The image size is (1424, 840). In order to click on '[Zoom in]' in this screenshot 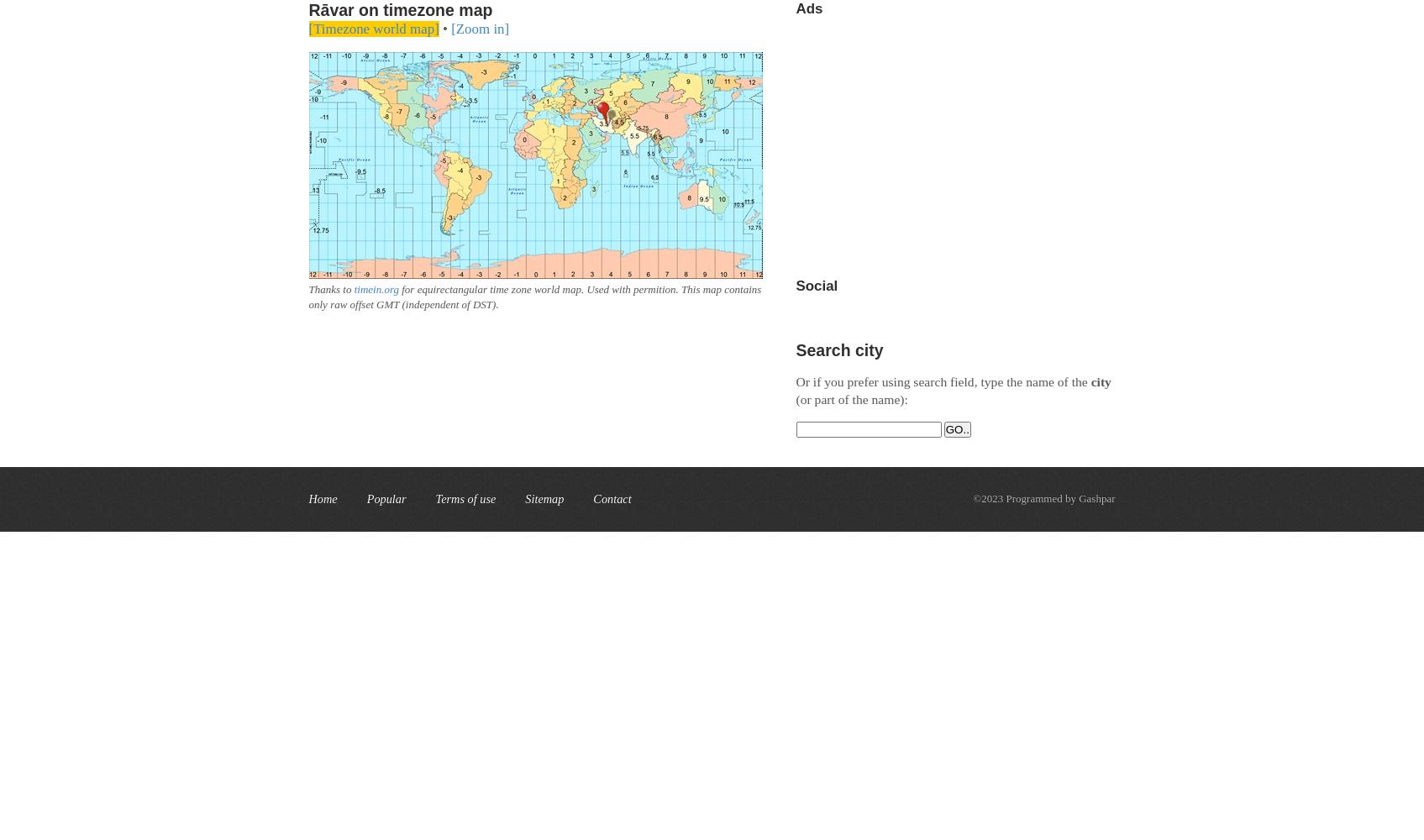, I will do `click(480, 29)`.